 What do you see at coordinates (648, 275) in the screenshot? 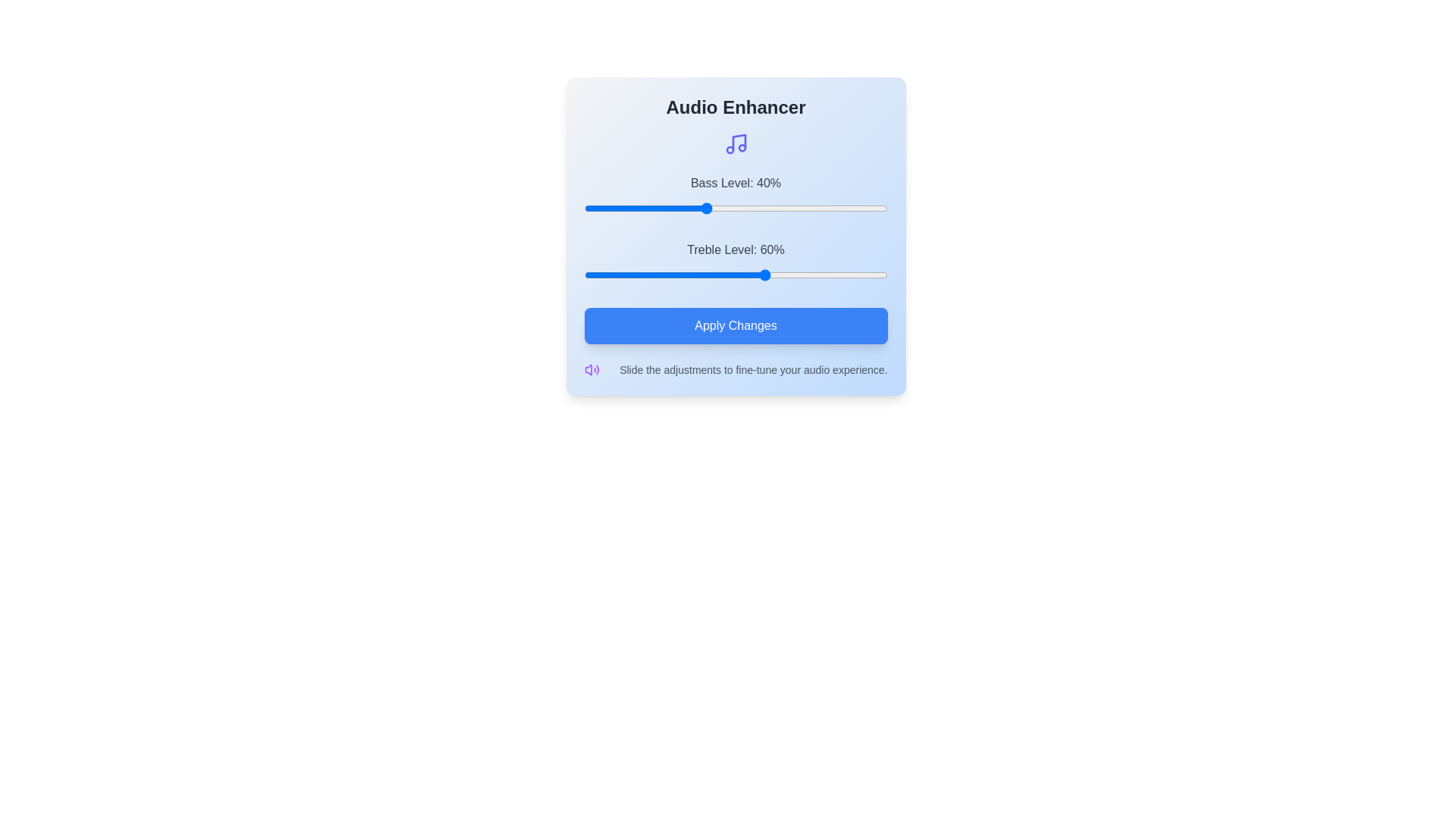
I see `the treble slider to 21%` at bounding box center [648, 275].